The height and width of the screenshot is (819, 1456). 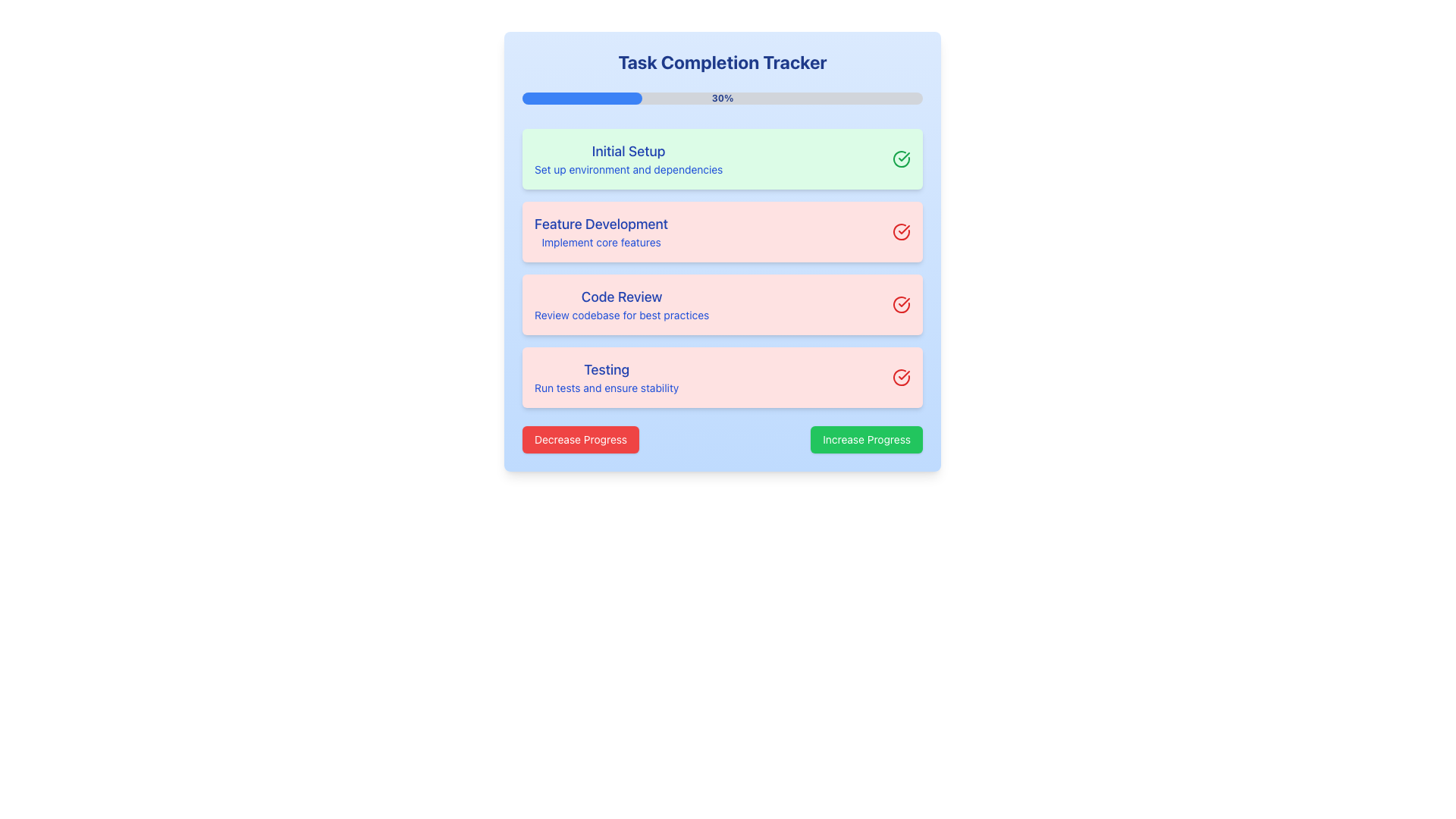 I want to click on the Card Element with a pinkish background that contains the title 'Code Review' and a red circular checkmark icon, which is the third card in a vertical stack, so click(x=722, y=304).